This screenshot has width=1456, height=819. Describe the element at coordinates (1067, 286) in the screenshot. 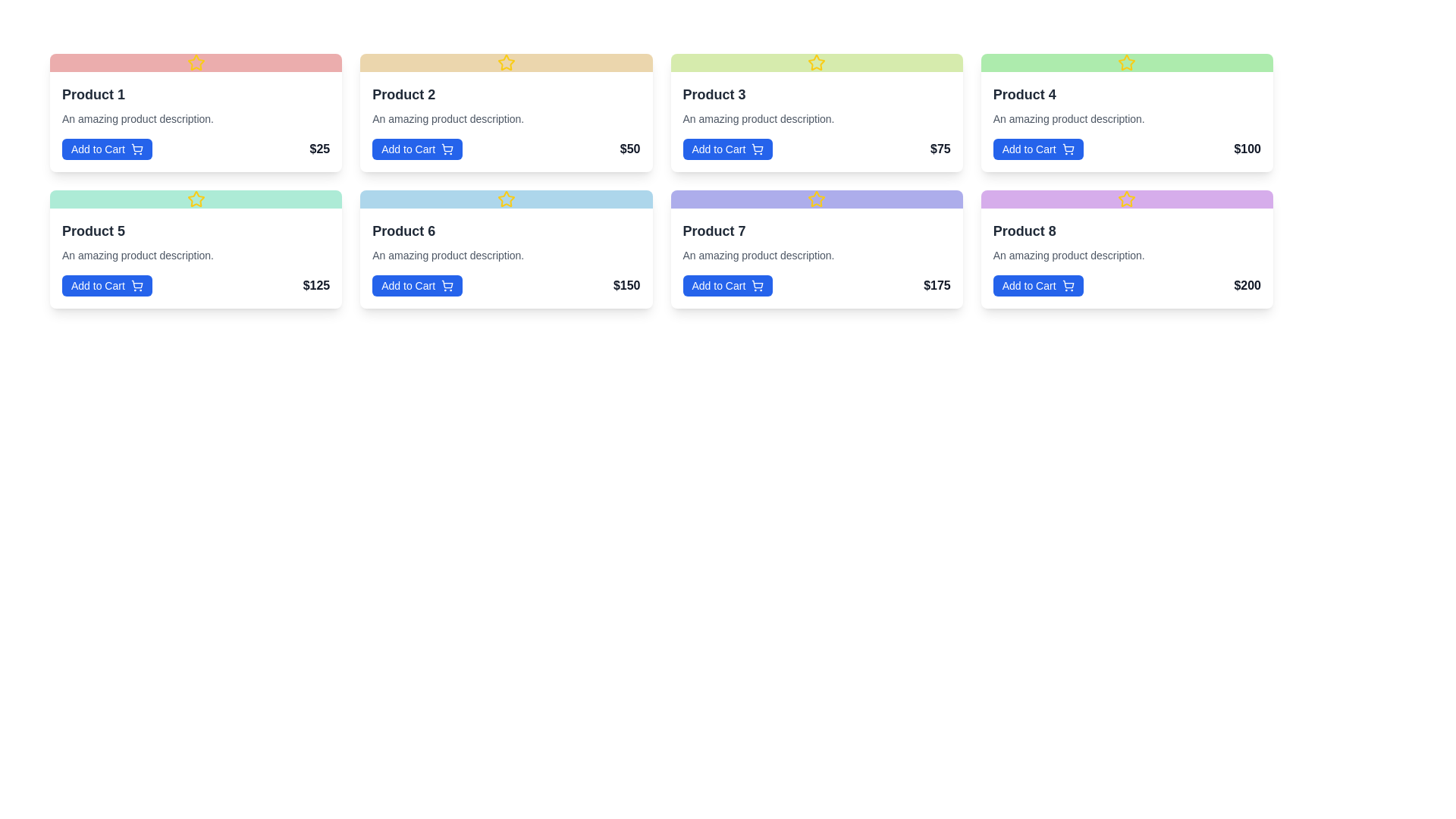

I see `the shopping cart icon within the 'Add to Cart' button for 'Product 8', which is styled in blue and has a minimalist outline` at that location.